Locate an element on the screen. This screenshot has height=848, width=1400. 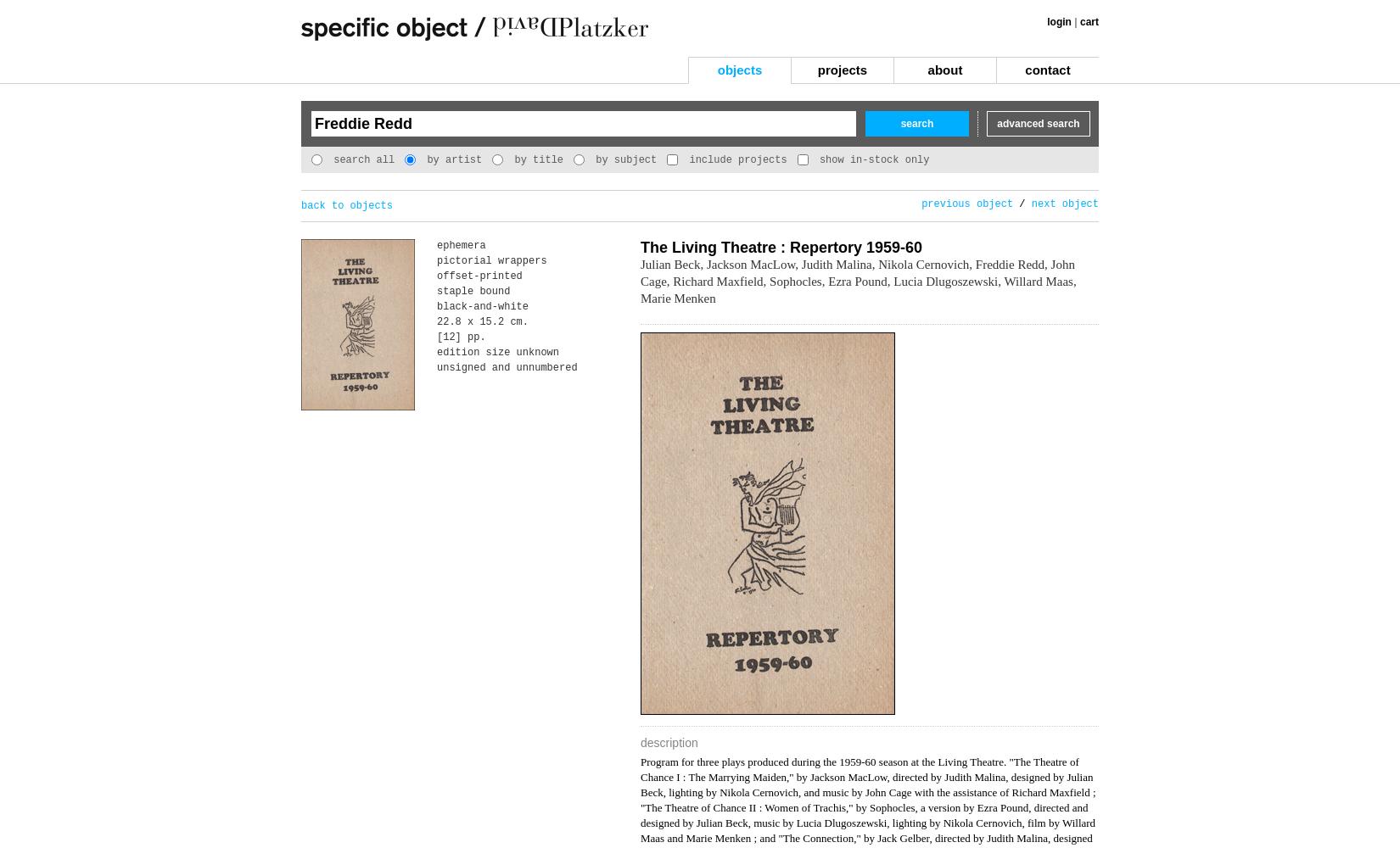
'search all' is located at coordinates (327, 159).